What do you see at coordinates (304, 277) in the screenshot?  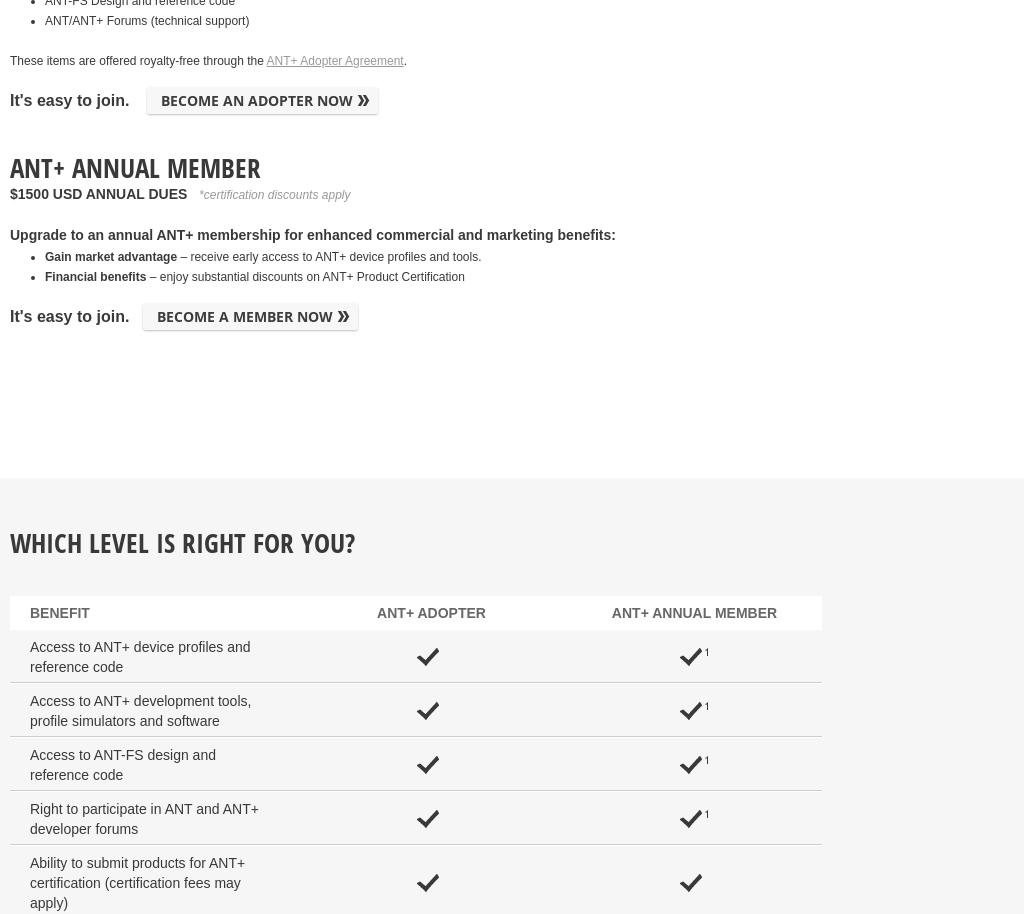 I see `'– enjoy substantial discounts on ANT+ Product Certification'` at bounding box center [304, 277].